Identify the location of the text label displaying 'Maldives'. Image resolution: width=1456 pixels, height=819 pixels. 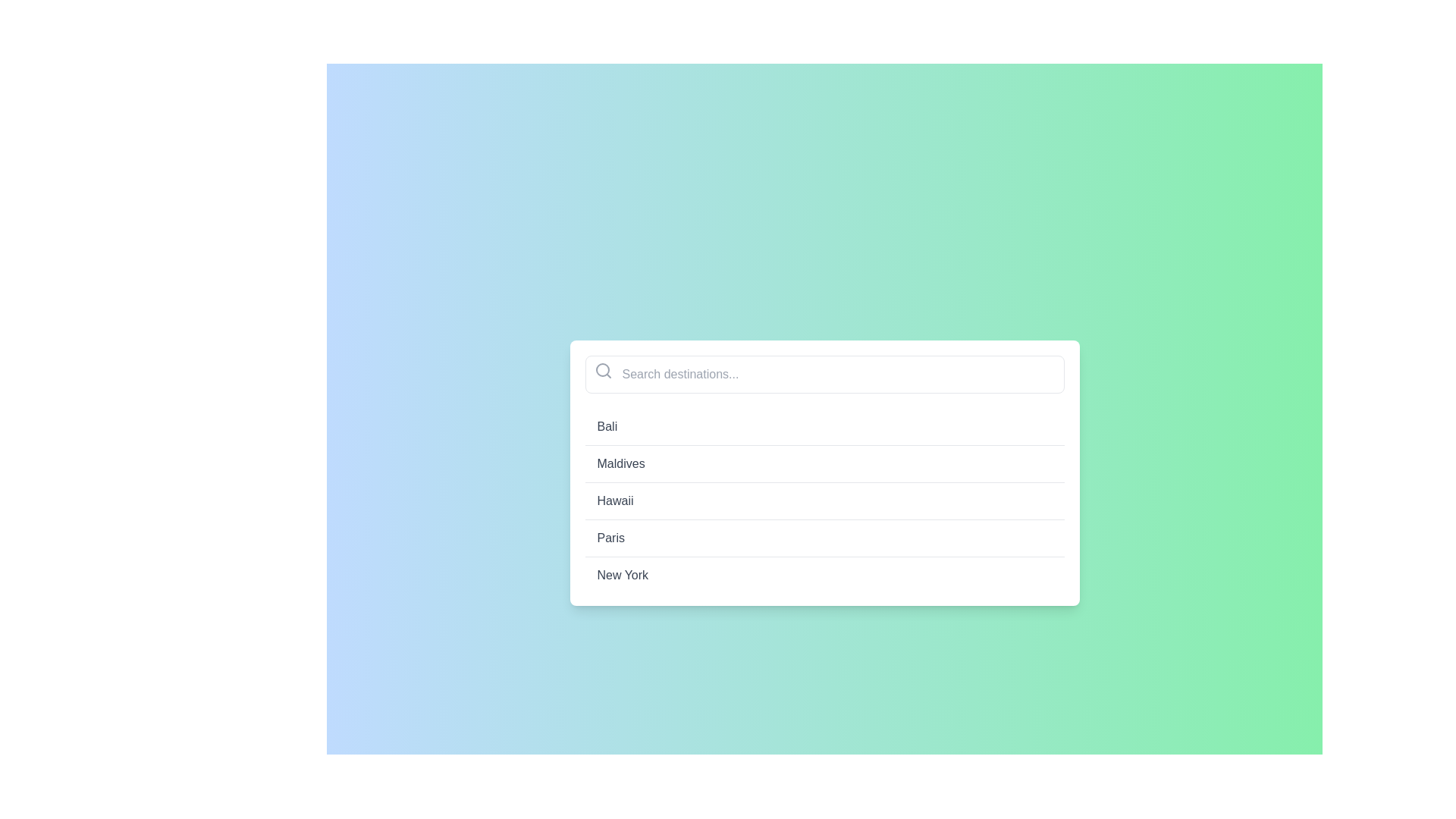
(621, 463).